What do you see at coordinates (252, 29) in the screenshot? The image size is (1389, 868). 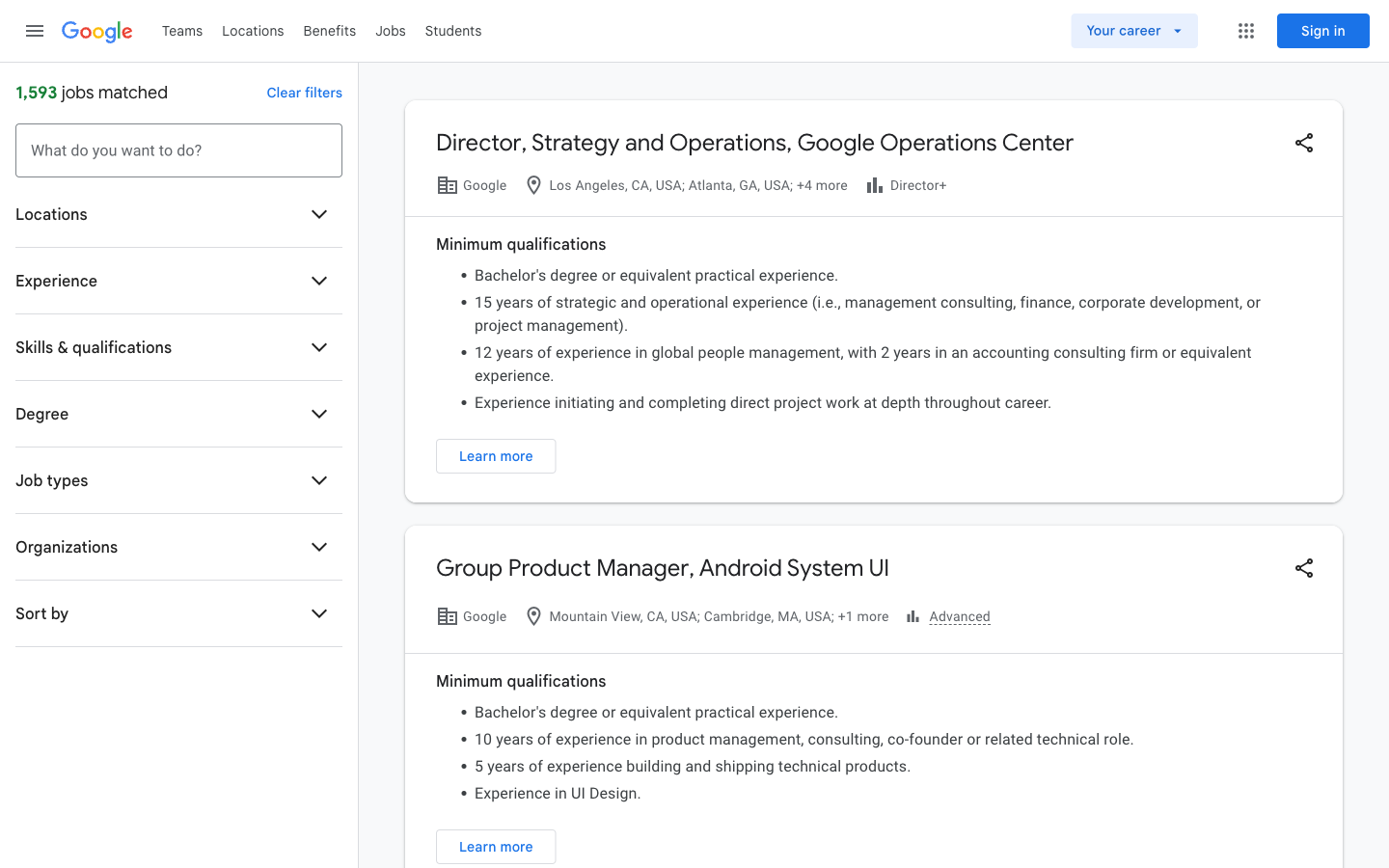 I see `Check all locations` at bounding box center [252, 29].